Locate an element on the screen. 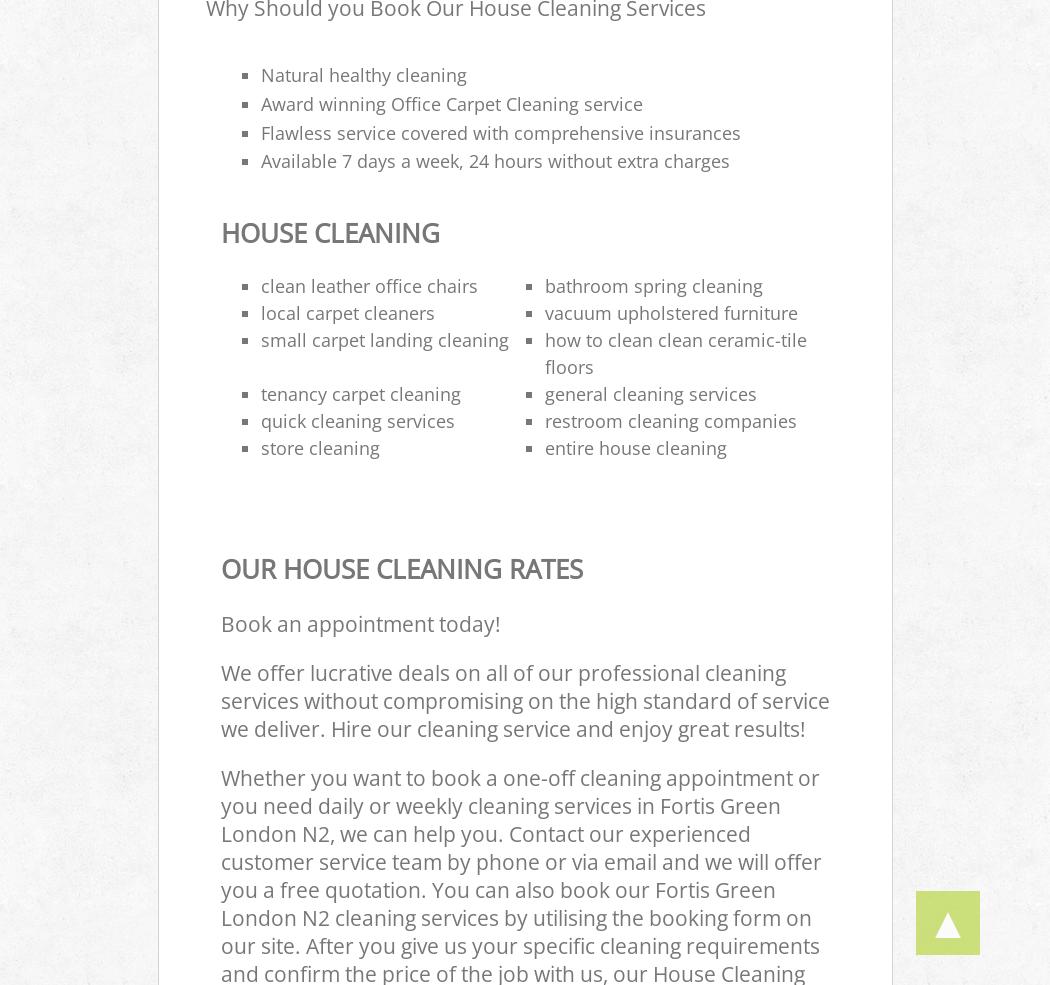  'tenancy carpet cleaning' is located at coordinates (359, 394).